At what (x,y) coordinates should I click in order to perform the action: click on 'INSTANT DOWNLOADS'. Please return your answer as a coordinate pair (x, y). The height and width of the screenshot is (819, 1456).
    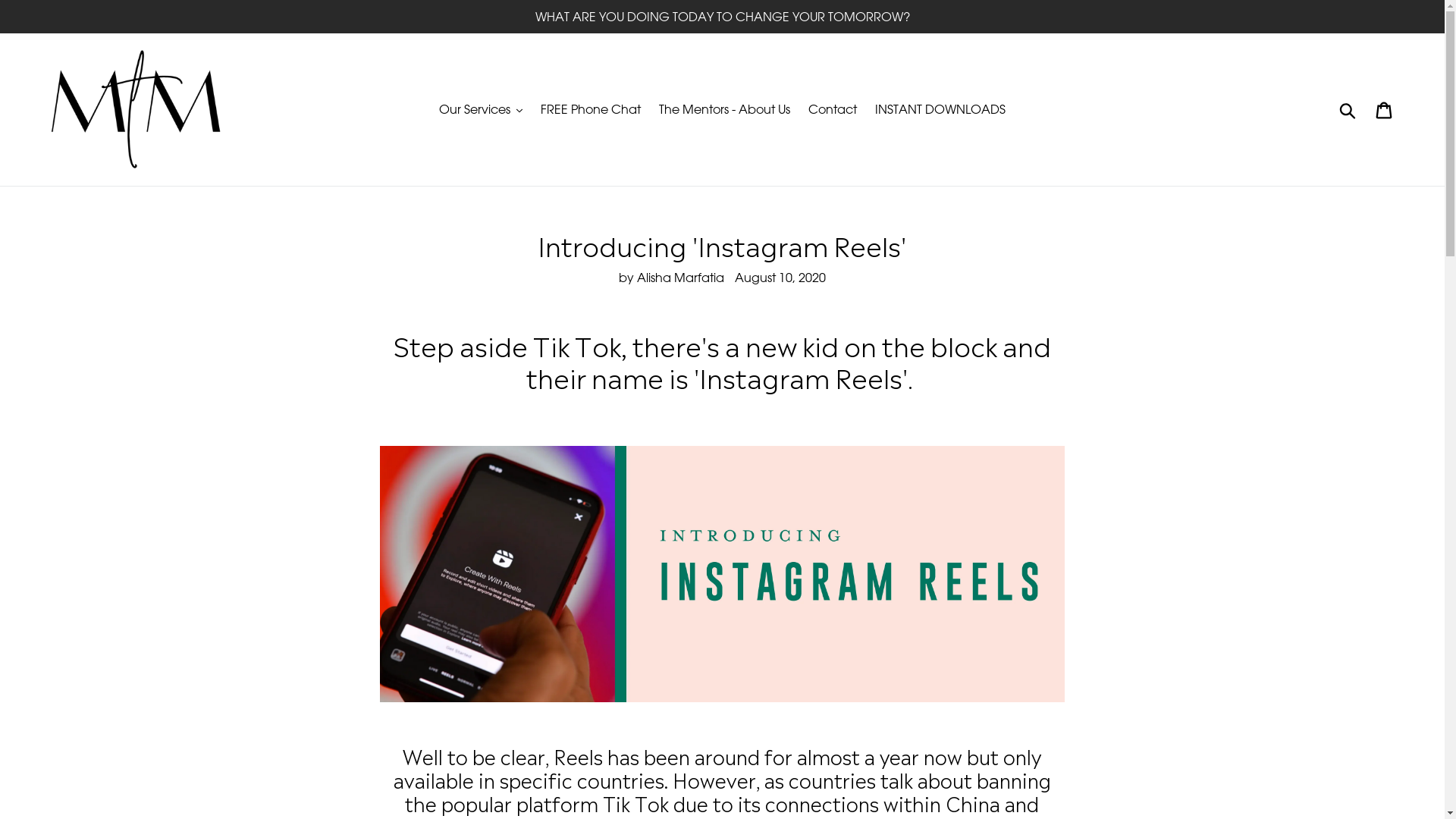
    Looking at the image, I should click on (939, 108).